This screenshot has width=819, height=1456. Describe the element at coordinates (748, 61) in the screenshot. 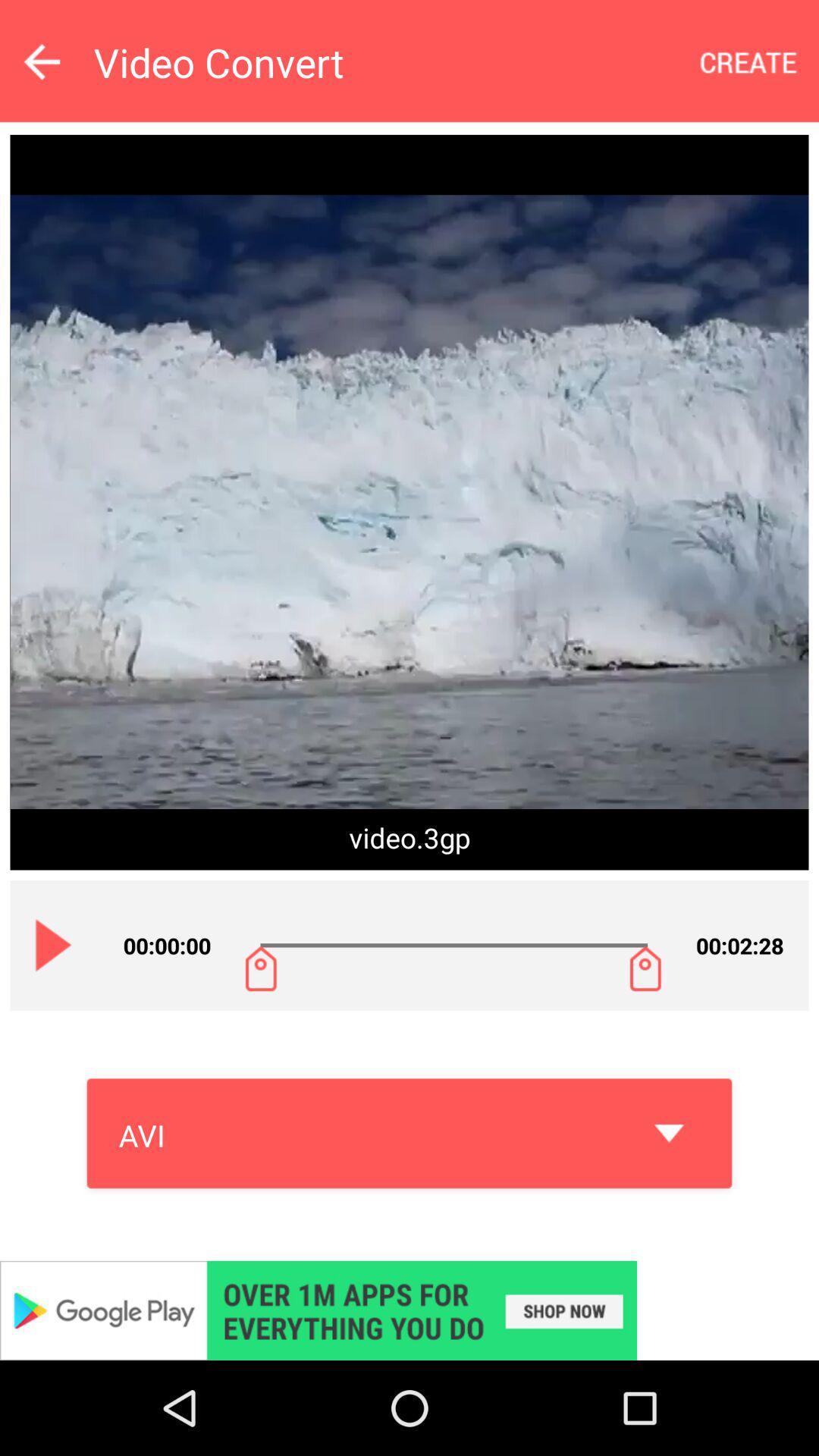

I see `create` at that location.